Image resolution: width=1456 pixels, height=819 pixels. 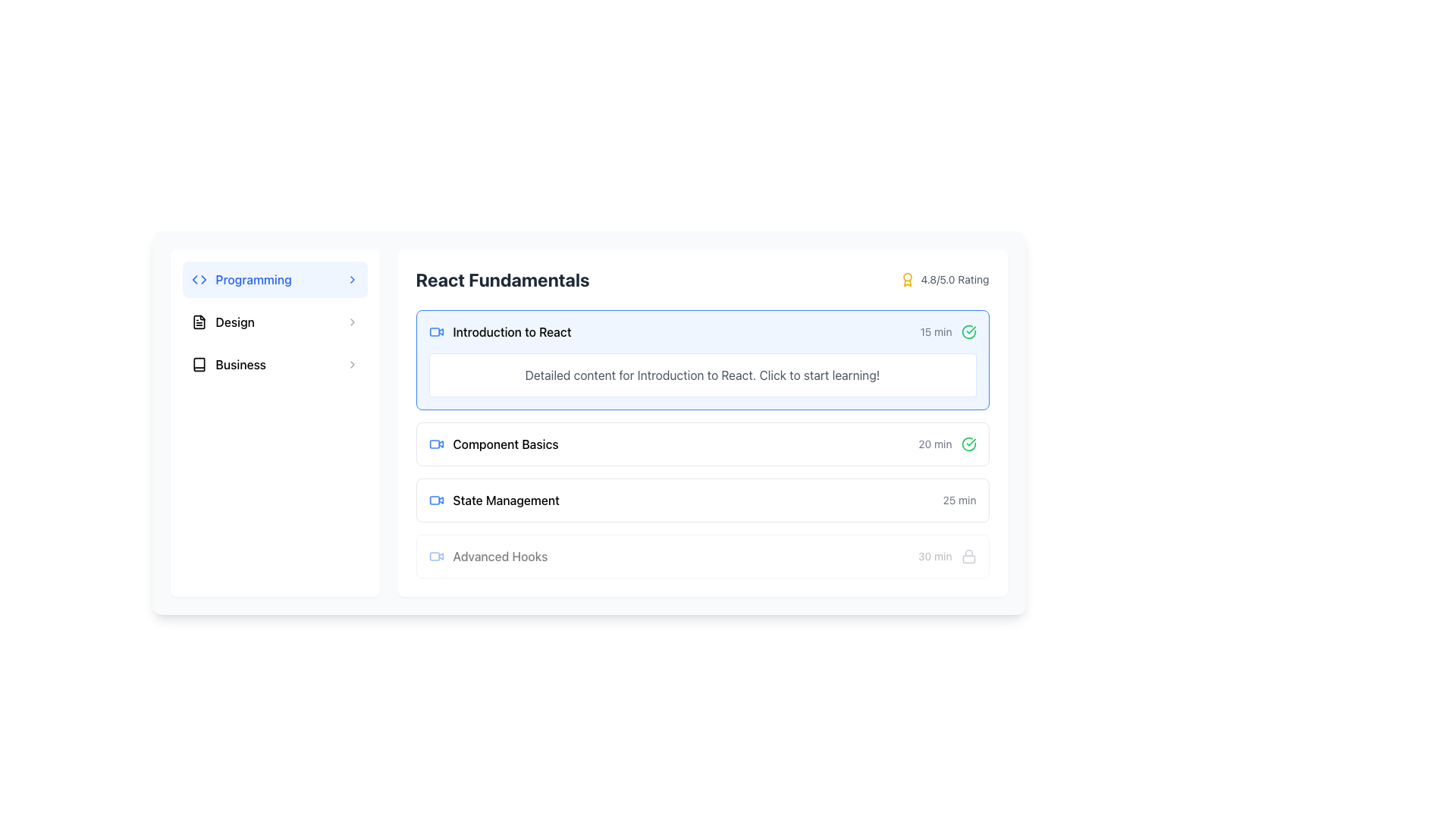 I want to click on the rounded rectangle SVG shape element representing a video or media component, located beside 'State Management', so click(x=433, y=500).